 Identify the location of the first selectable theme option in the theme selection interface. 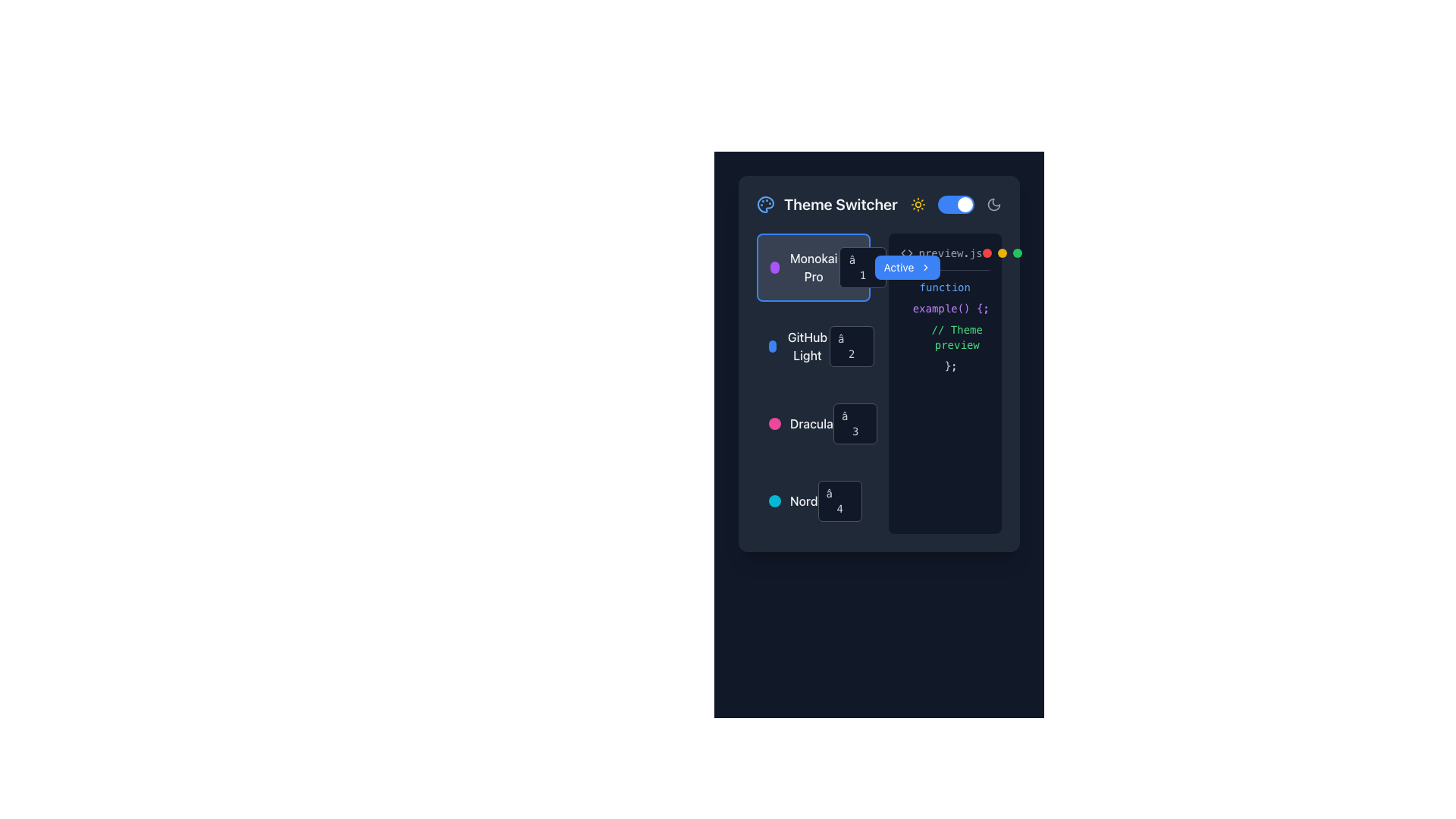
(804, 267).